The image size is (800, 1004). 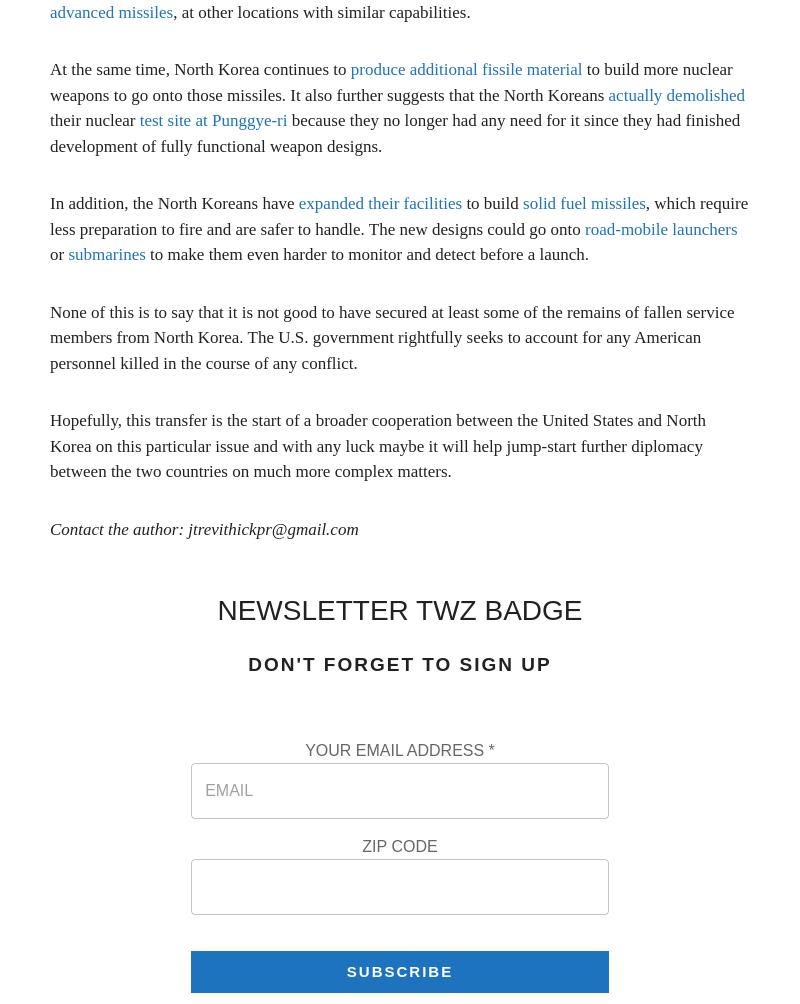 What do you see at coordinates (583, 202) in the screenshot?
I see `'solid fuel missiles'` at bounding box center [583, 202].